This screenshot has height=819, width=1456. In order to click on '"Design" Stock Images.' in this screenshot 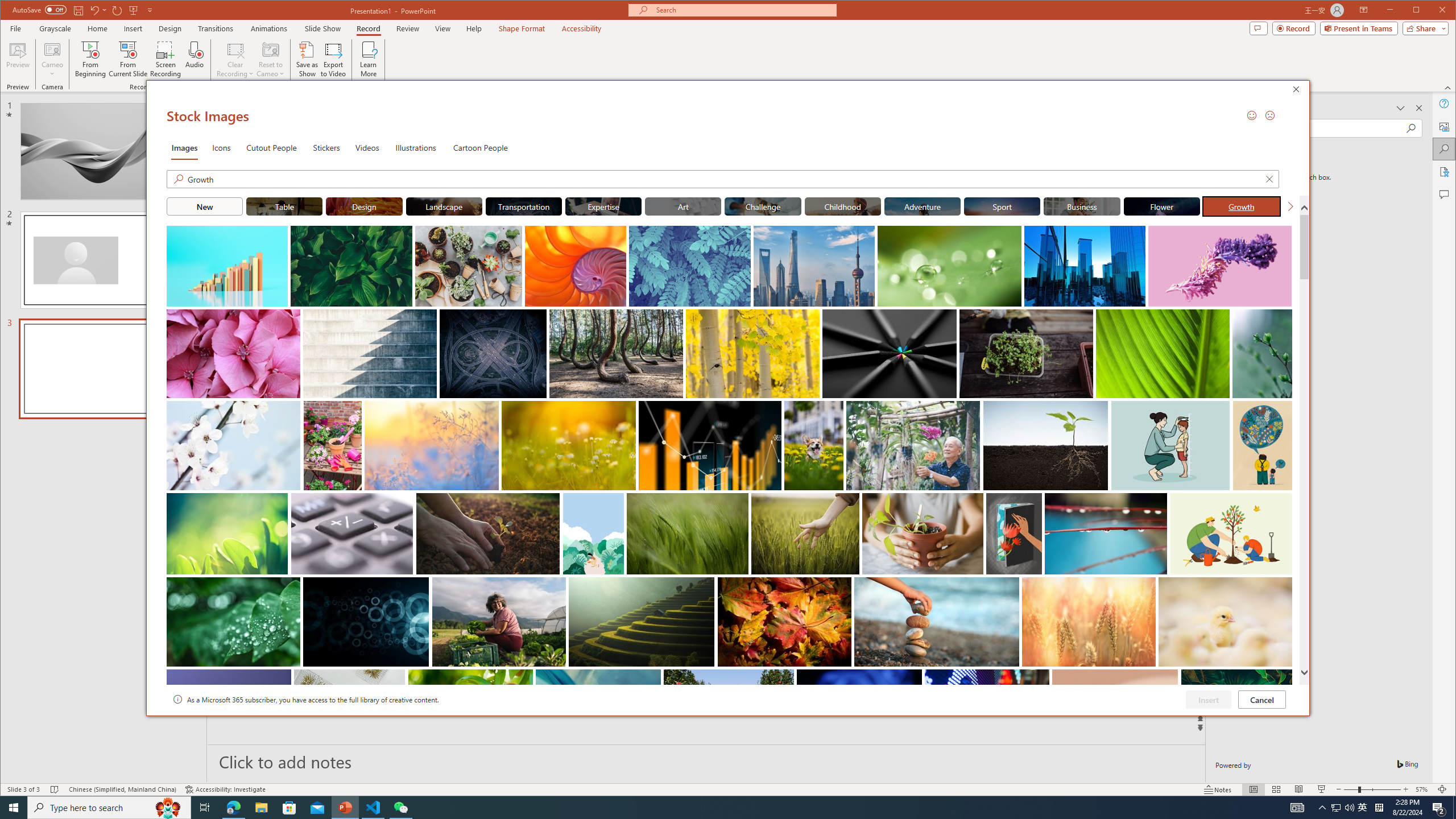, I will do `click(364, 205)`.